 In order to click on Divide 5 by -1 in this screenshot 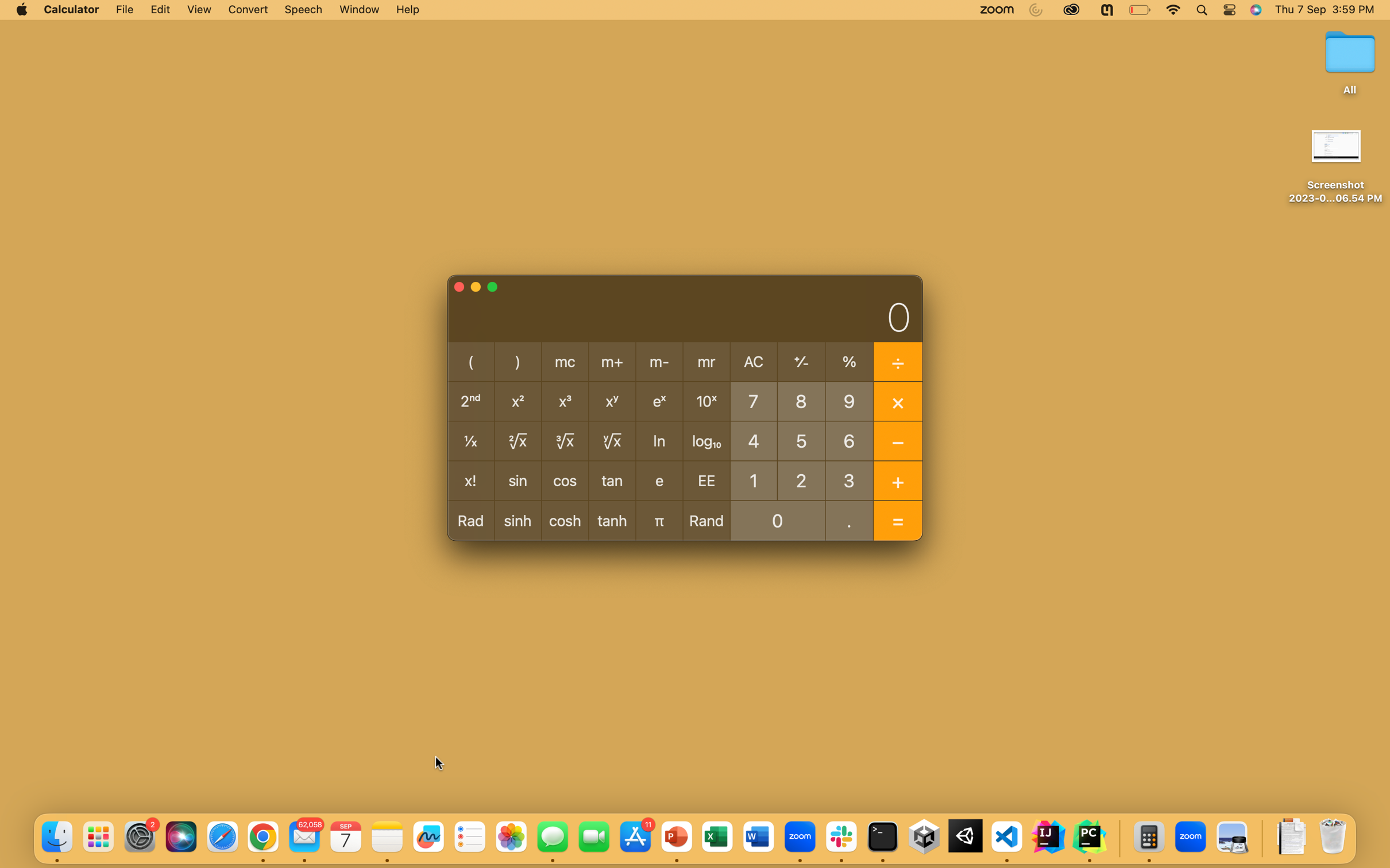, I will do `click(801, 439)`.